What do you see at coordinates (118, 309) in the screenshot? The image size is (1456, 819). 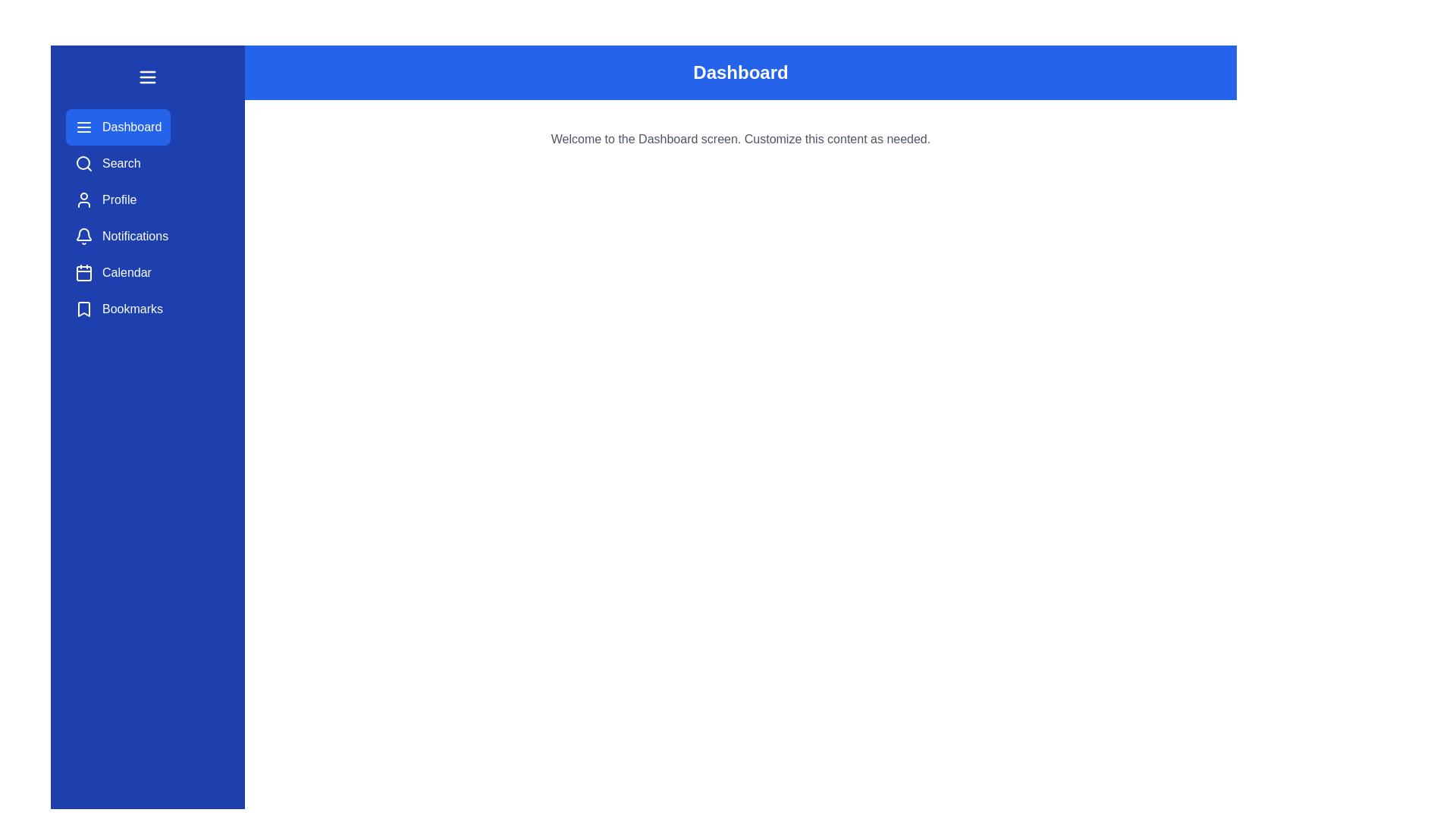 I see `the sixth navigation button in the left-aligned sidebar to trigger visual feedback` at bounding box center [118, 309].